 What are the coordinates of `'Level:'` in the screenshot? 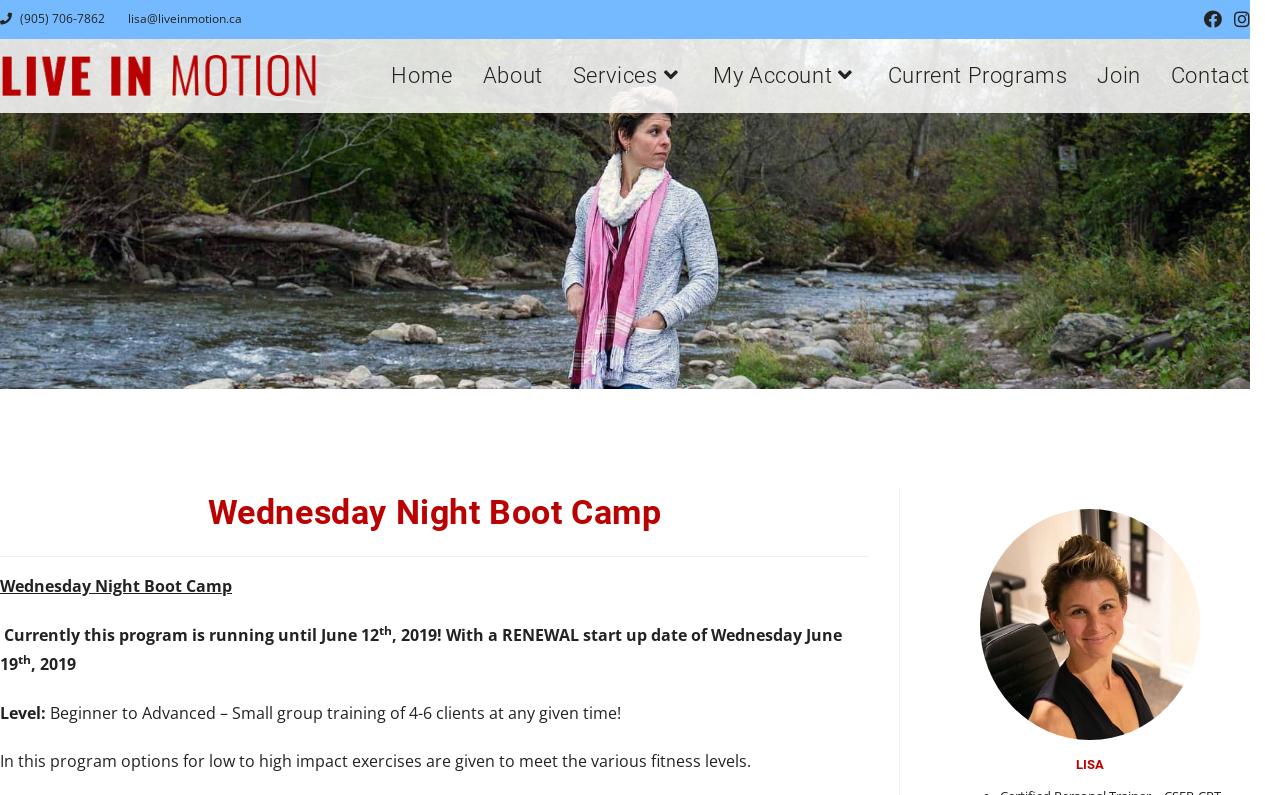 It's located at (22, 712).